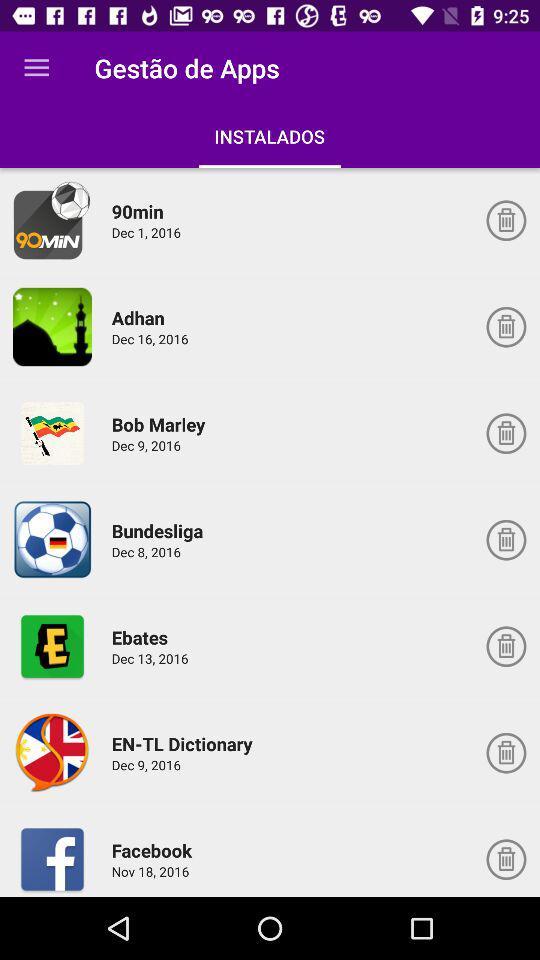 The height and width of the screenshot is (960, 540). Describe the element at coordinates (505, 645) in the screenshot. I see `delete ebates` at that location.